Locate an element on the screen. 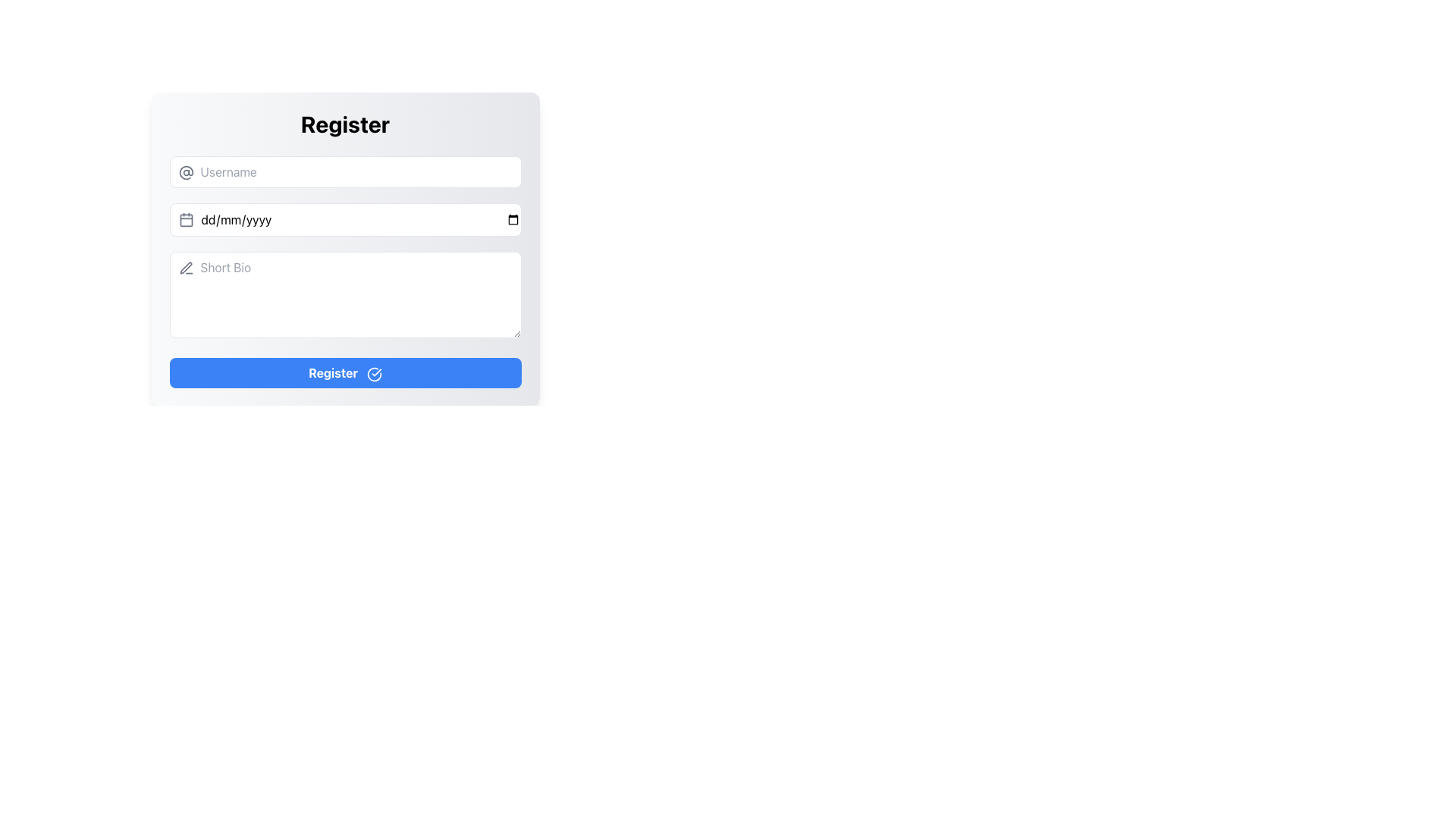 The height and width of the screenshot is (819, 1456). the submit button located at the bottom of the registration form is located at coordinates (344, 373).